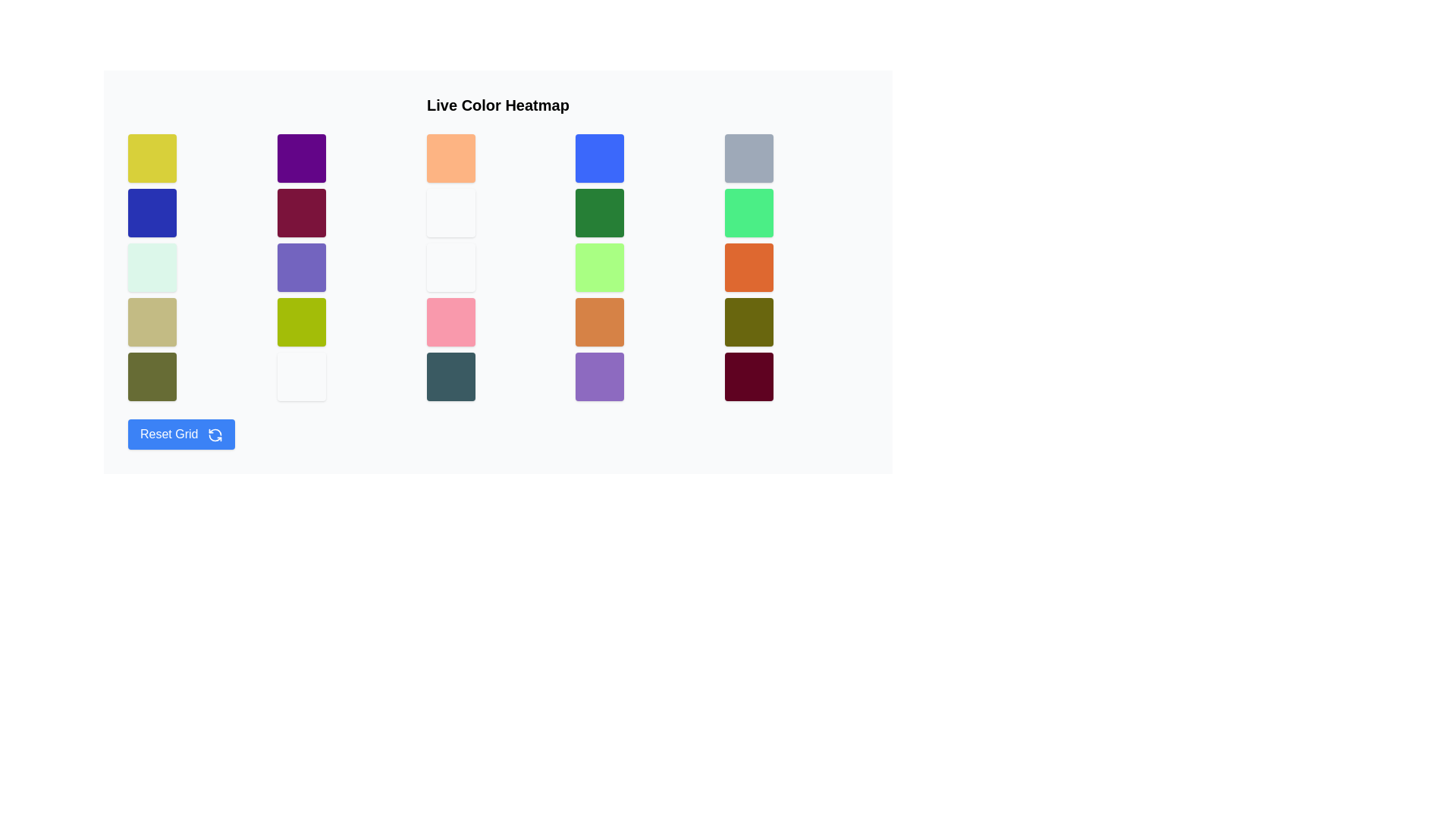 The image size is (1456, 819). Describe the element at coordinates (152, 376) in the screenshot. I see `the displayed color of the greenish square block with rounded borders located in the bottom-most row of the left-most column of the grid` at that location.